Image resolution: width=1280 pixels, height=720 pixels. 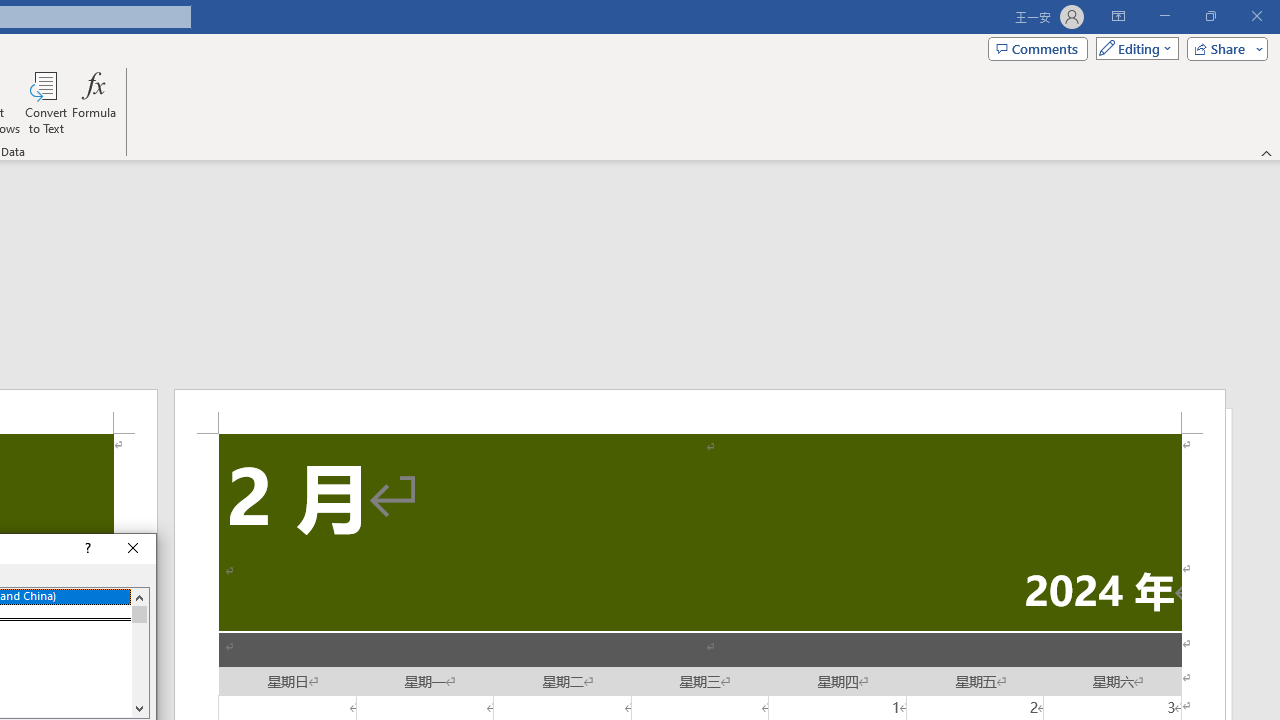 What do you see at coordinates (138, 596) in the screenshot?
I see `'Line up'` at bounding box center [138, 596].